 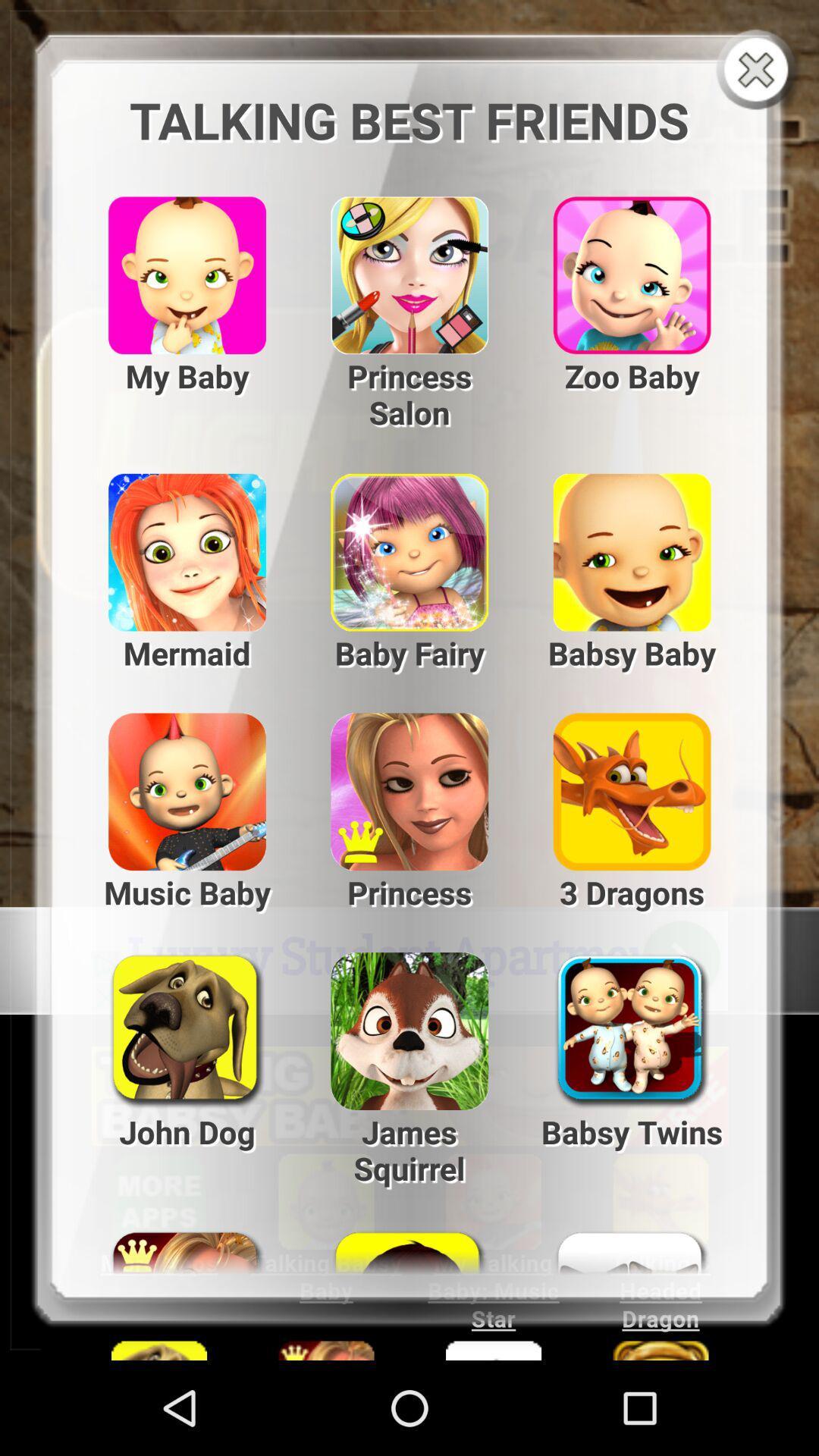 I want to click on application, so click(x=759, y=71).